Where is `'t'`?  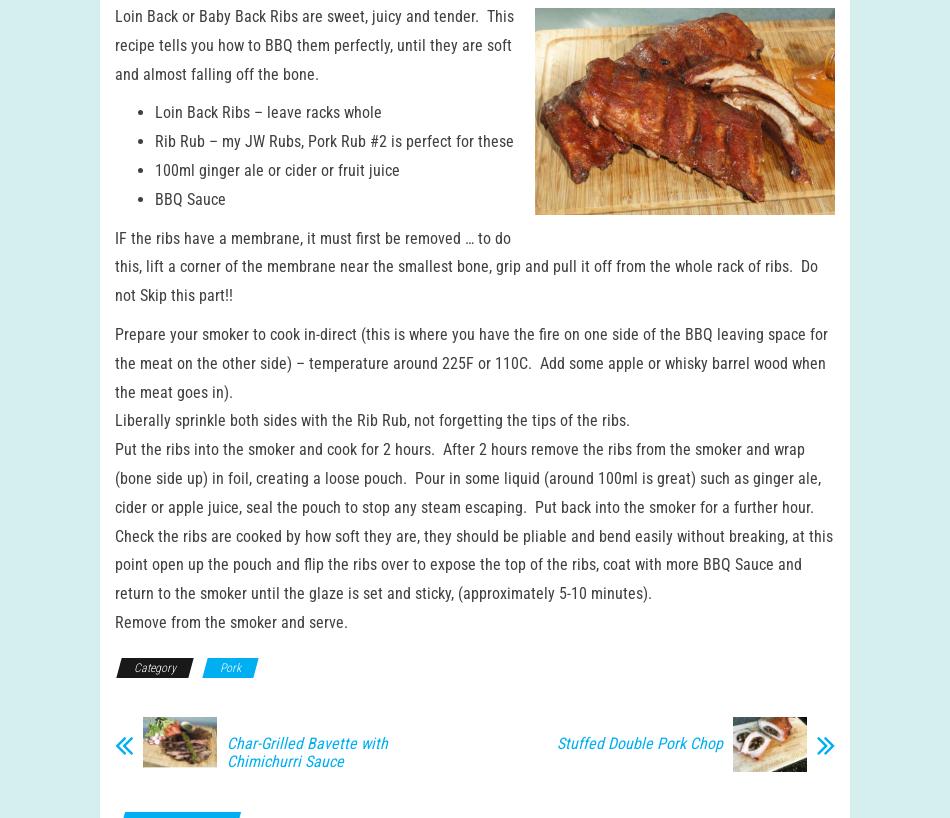 't' is located at coordinates (220, 313).